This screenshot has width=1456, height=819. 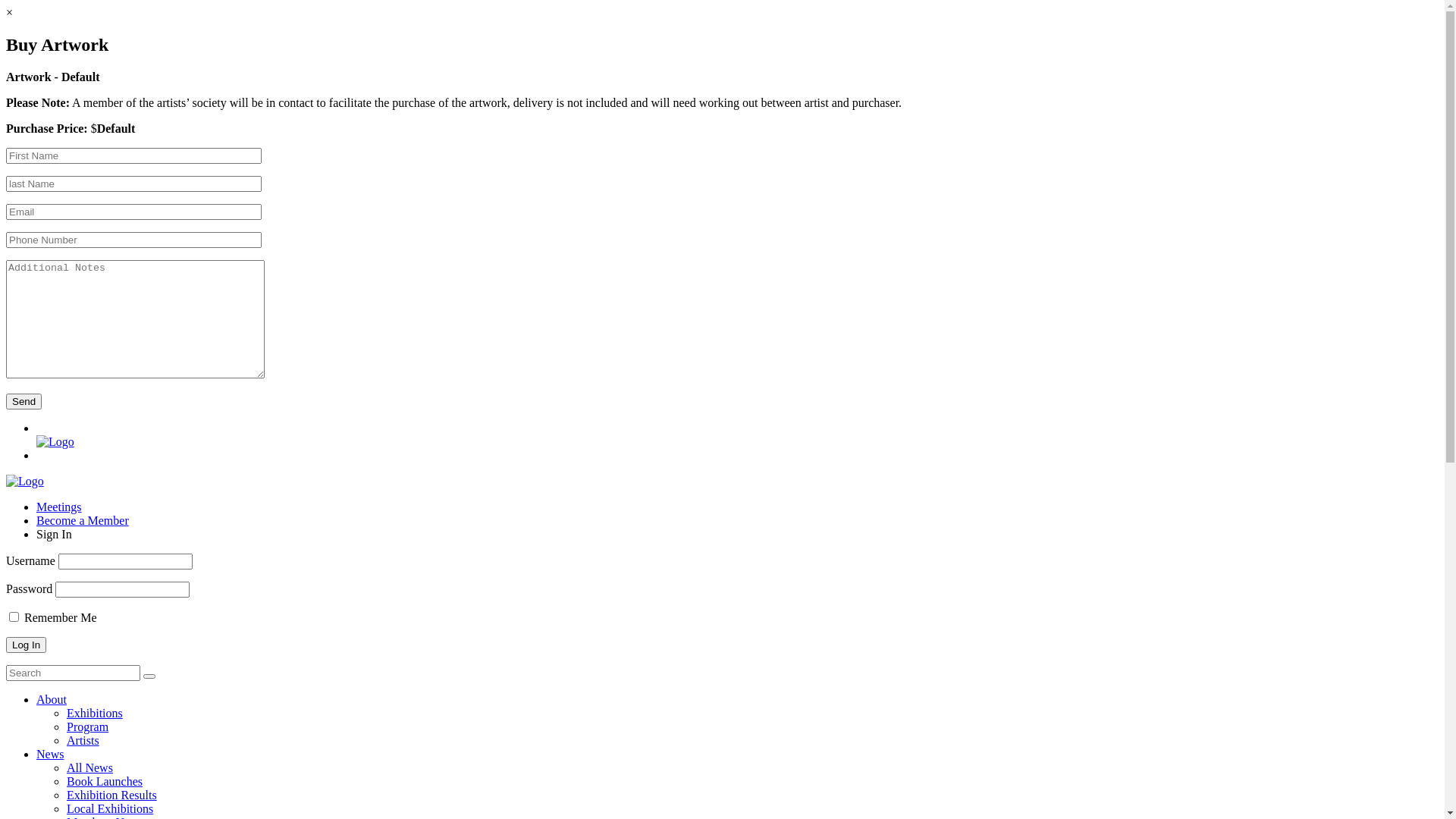 I want to click on 'Exhibition Results', so click(x=111, y=794).